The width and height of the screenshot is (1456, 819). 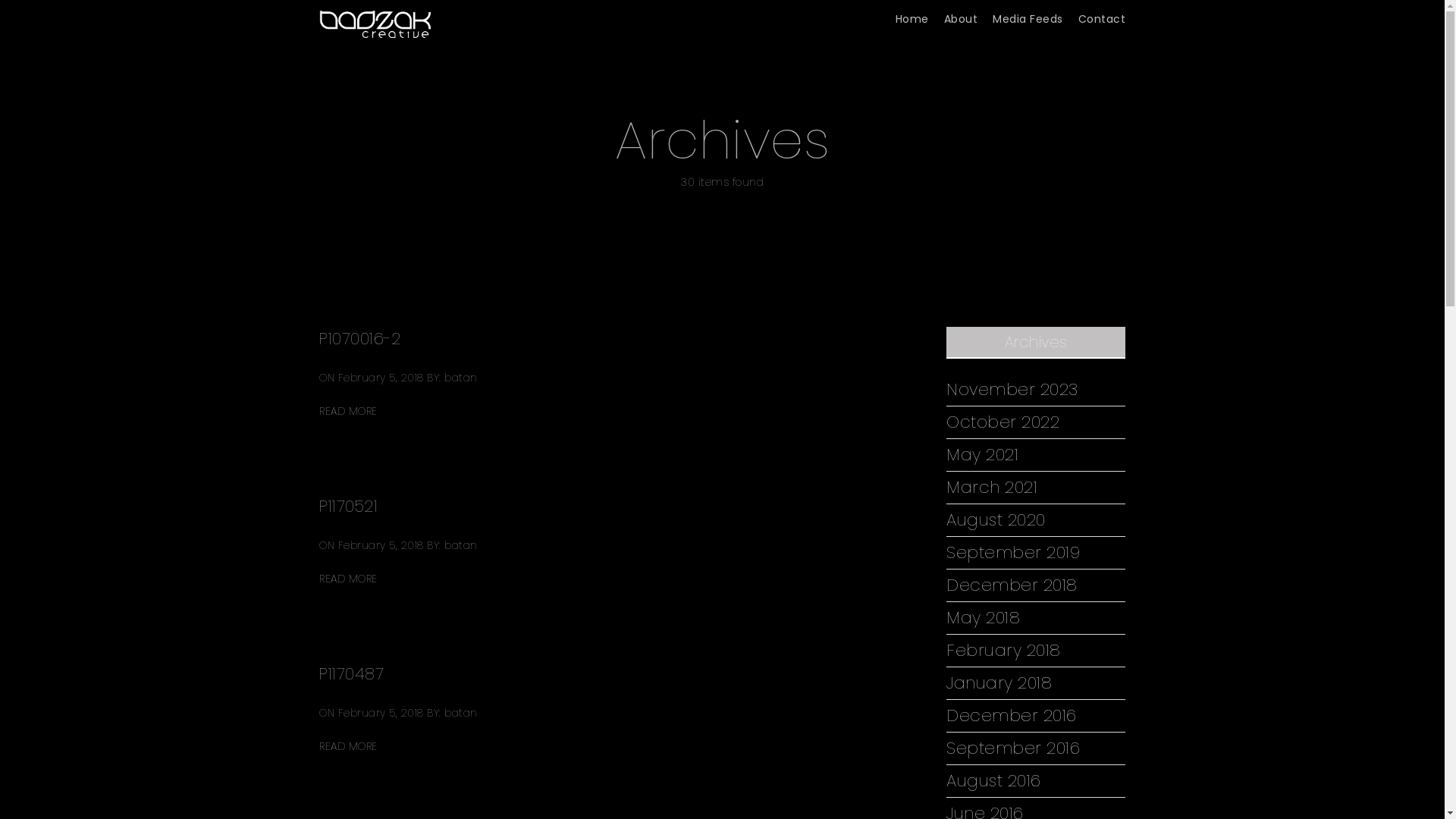 I want to click on 'Contact', so click(x=1102, y=20).